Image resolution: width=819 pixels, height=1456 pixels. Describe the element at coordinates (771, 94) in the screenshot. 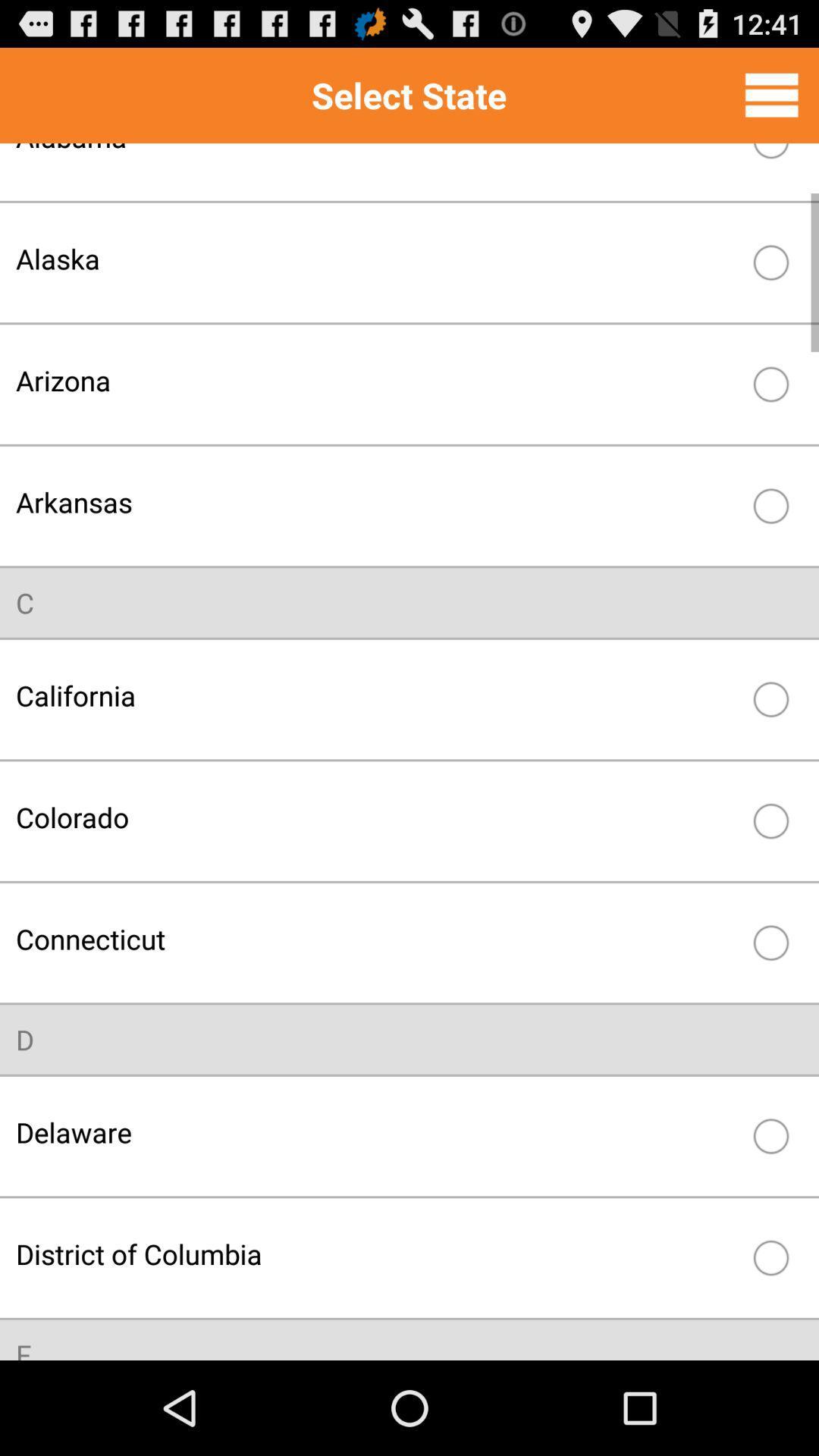

I see `menu options` at that location.